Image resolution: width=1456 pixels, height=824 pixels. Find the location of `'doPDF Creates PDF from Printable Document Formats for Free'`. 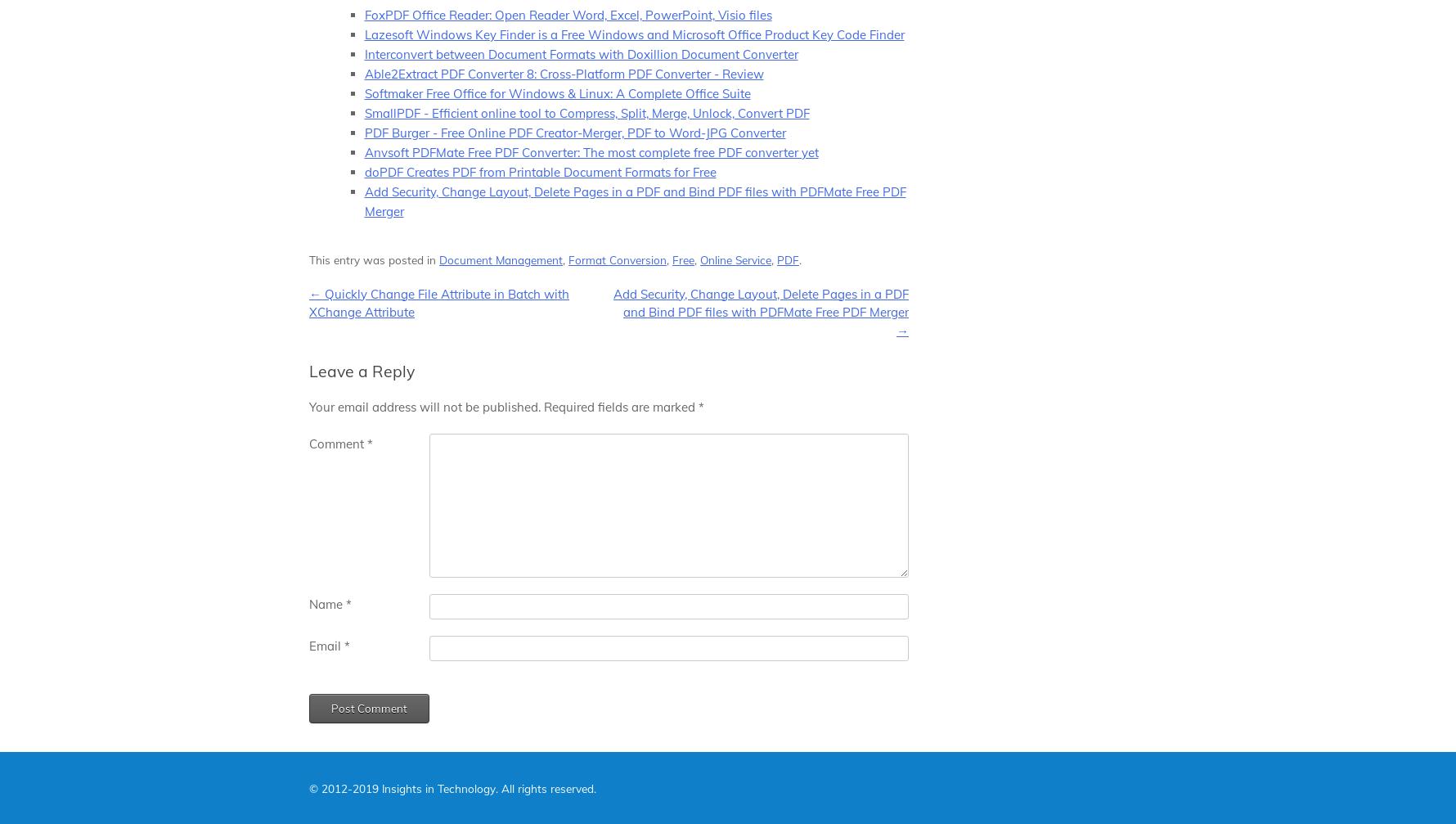

'doPDF Creates PDF from Printable Document Formats for Free' is located at coordinates (364, 171).